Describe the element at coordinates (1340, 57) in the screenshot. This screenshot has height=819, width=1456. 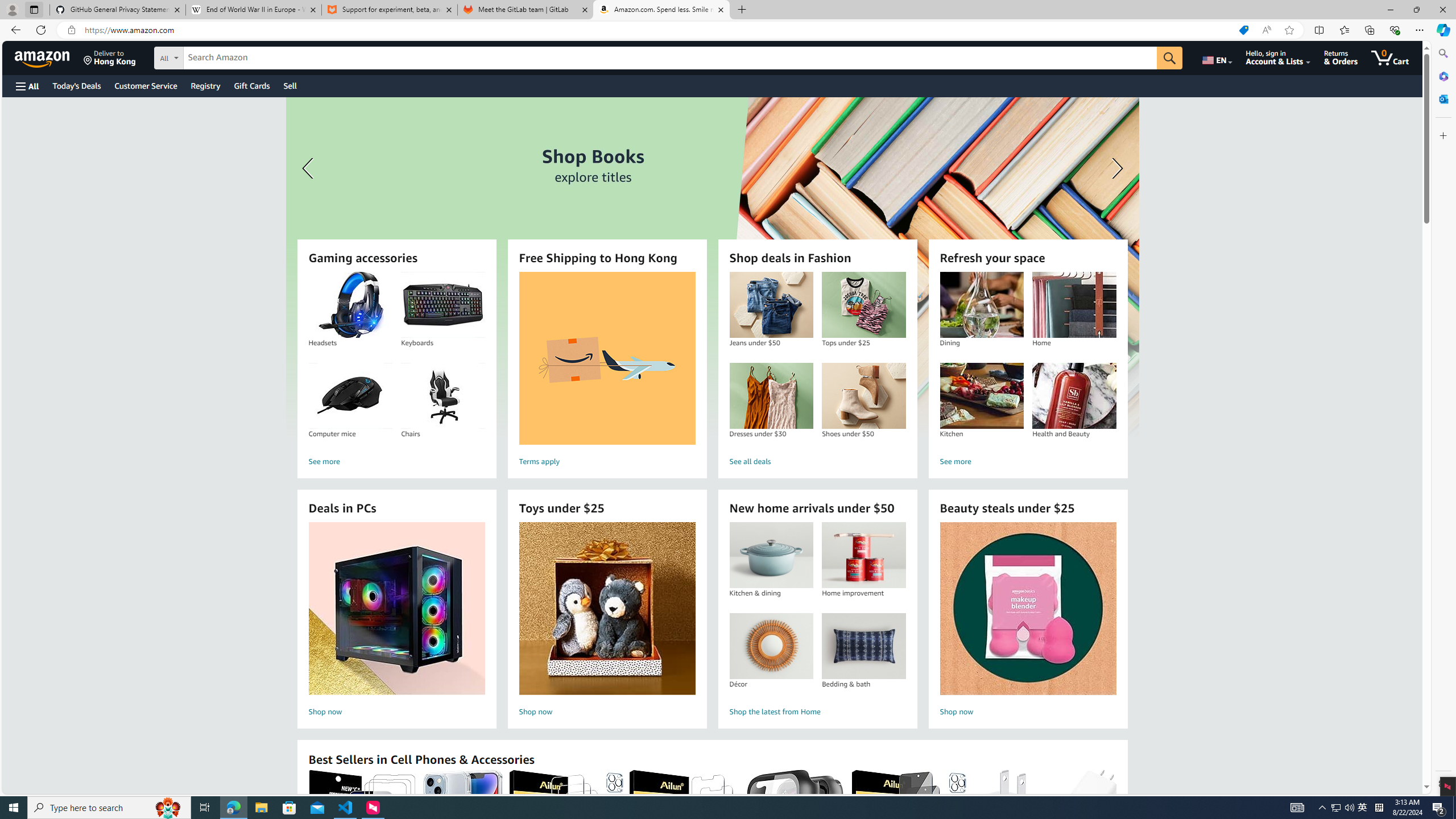
I see `'Returns & Orders'` at that location.